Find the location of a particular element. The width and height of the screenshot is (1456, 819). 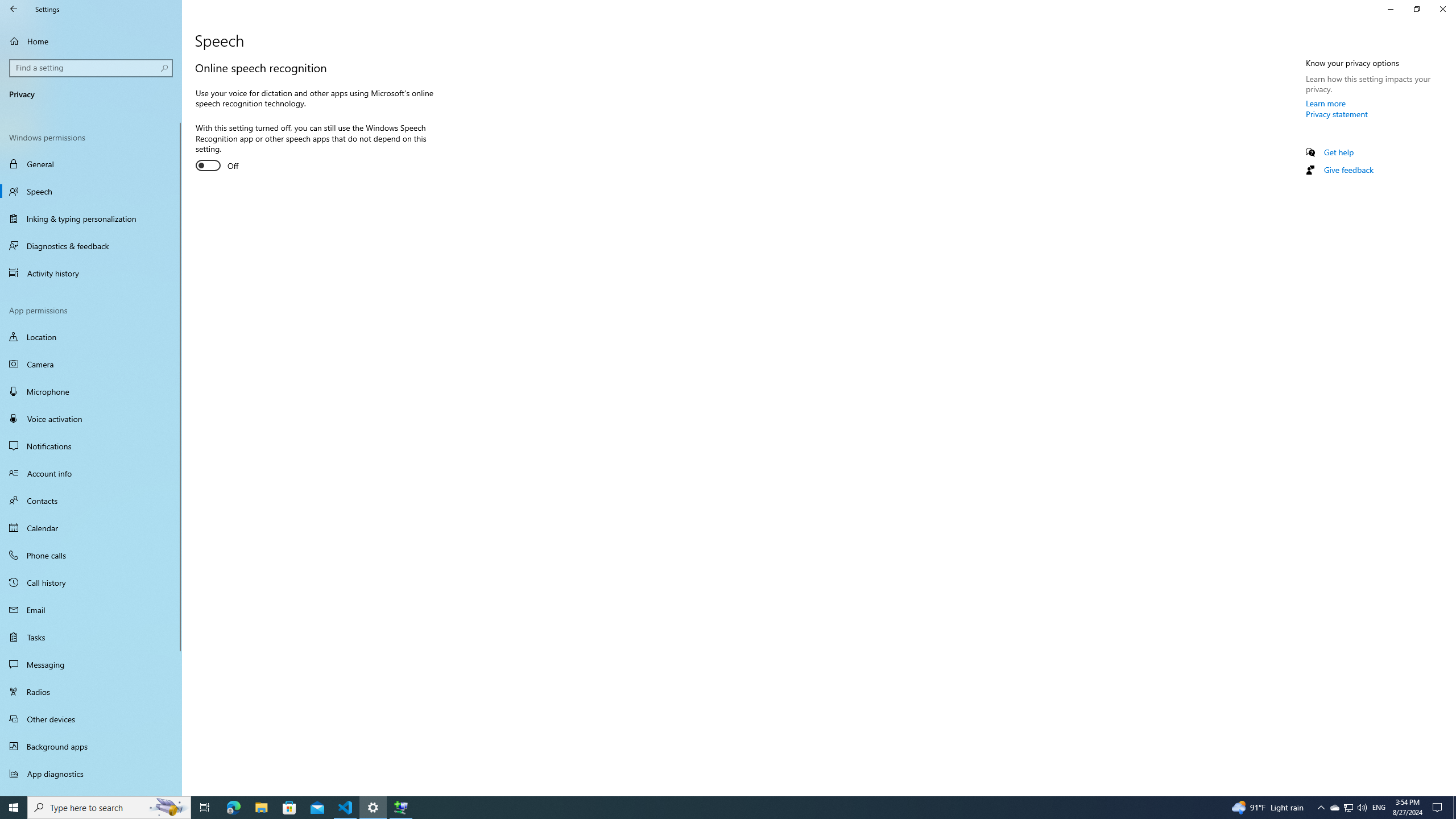

'Calendar' is located at coordinates (90, 527).